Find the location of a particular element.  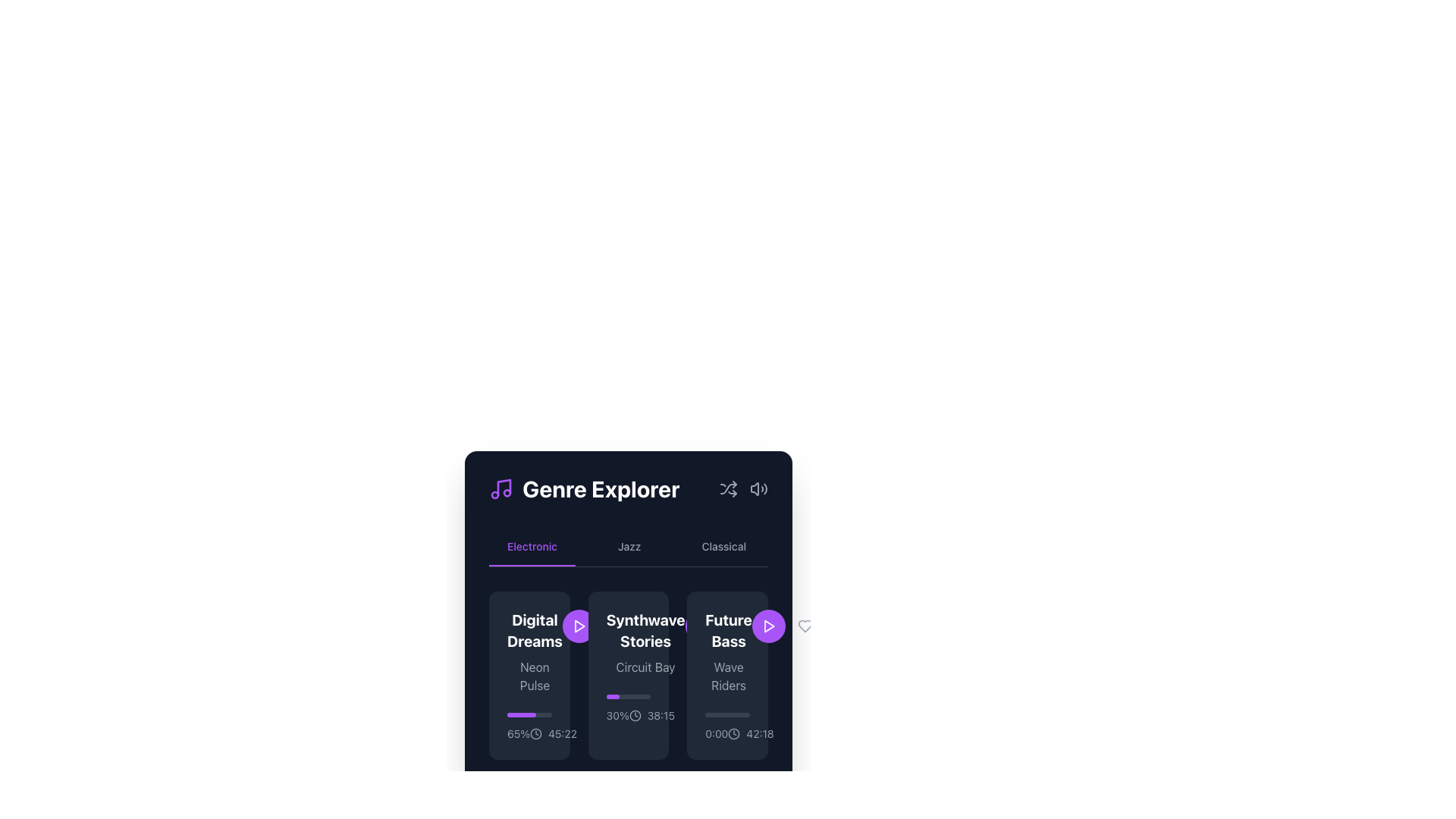

the static informational text with an embedded icon located at the bottom of the 'Digital Dreams' card in the 'Electronic' tab of the 'Genre Explorer' interface is located at coordinates (529, 733).